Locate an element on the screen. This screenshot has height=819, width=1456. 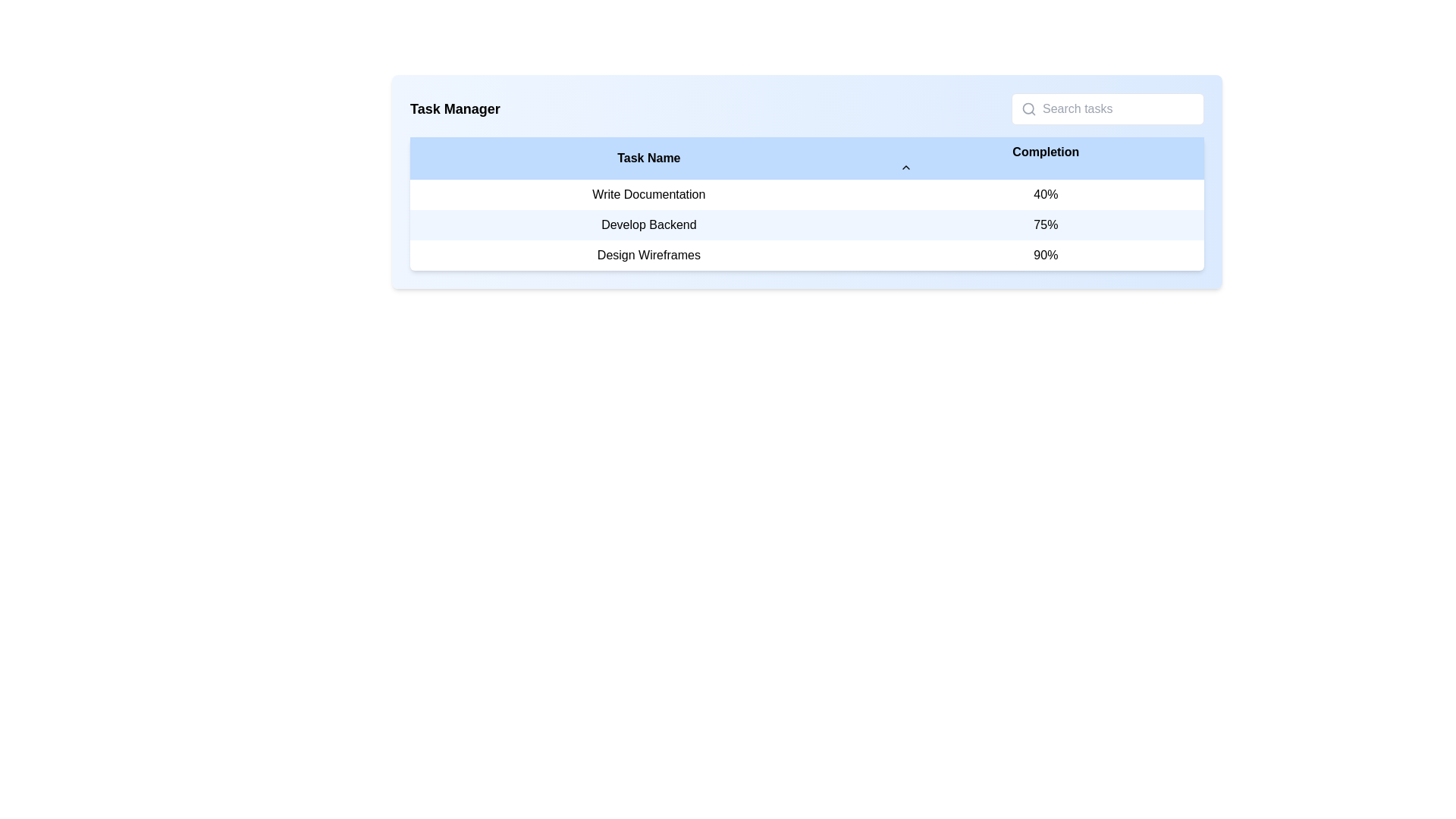
the Text element displaying '75%' located in the second row of the table under the 'Completion' column is located at coordinates (1045, 225).